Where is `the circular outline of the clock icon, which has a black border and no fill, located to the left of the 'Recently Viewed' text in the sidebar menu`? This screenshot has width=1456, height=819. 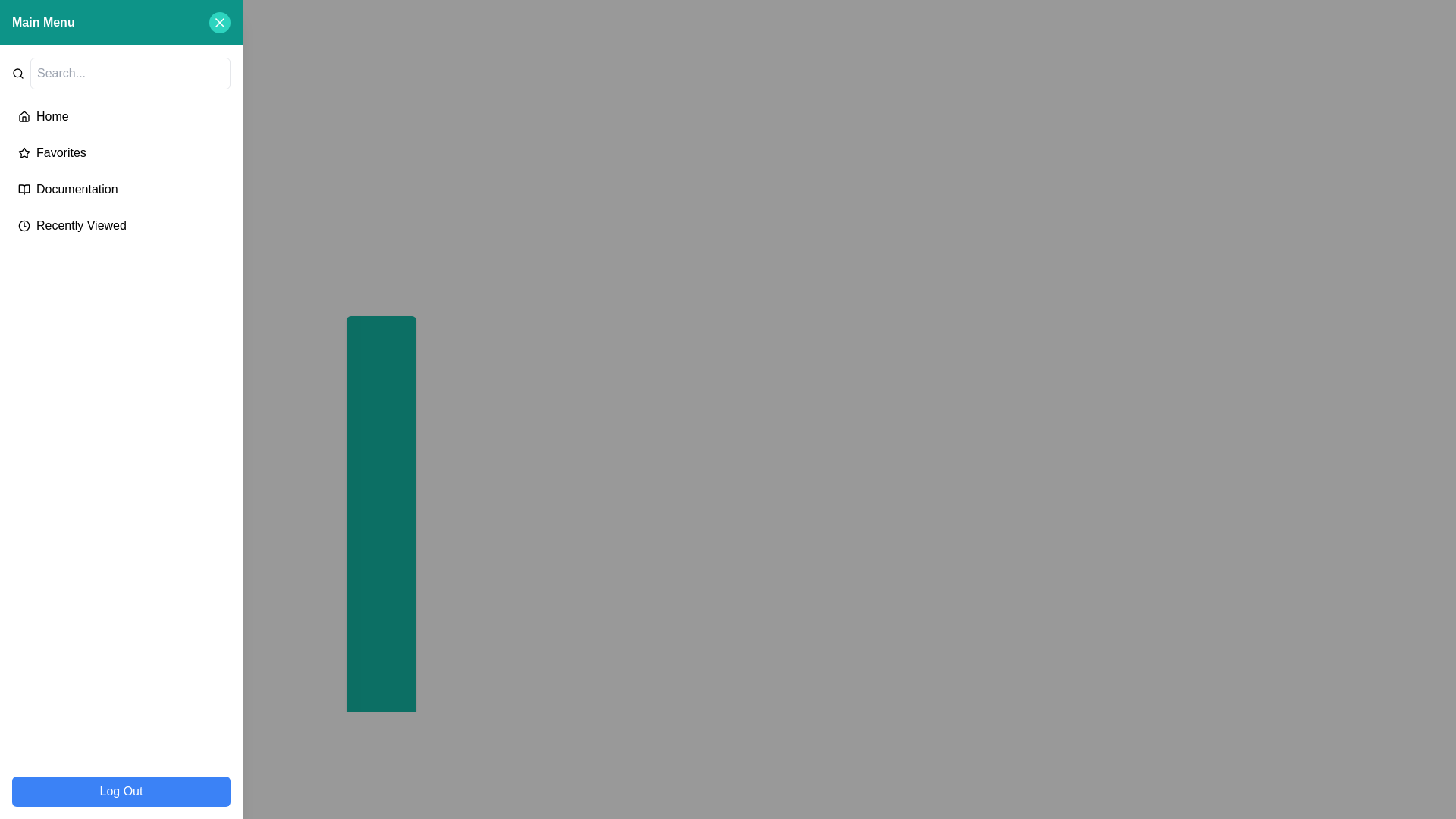 the circular outline of the clock icon, which has a black border and no fill, located to the left of the 'Recently Viewed' text in the sidebar menu is located at coordinates (24, 225).